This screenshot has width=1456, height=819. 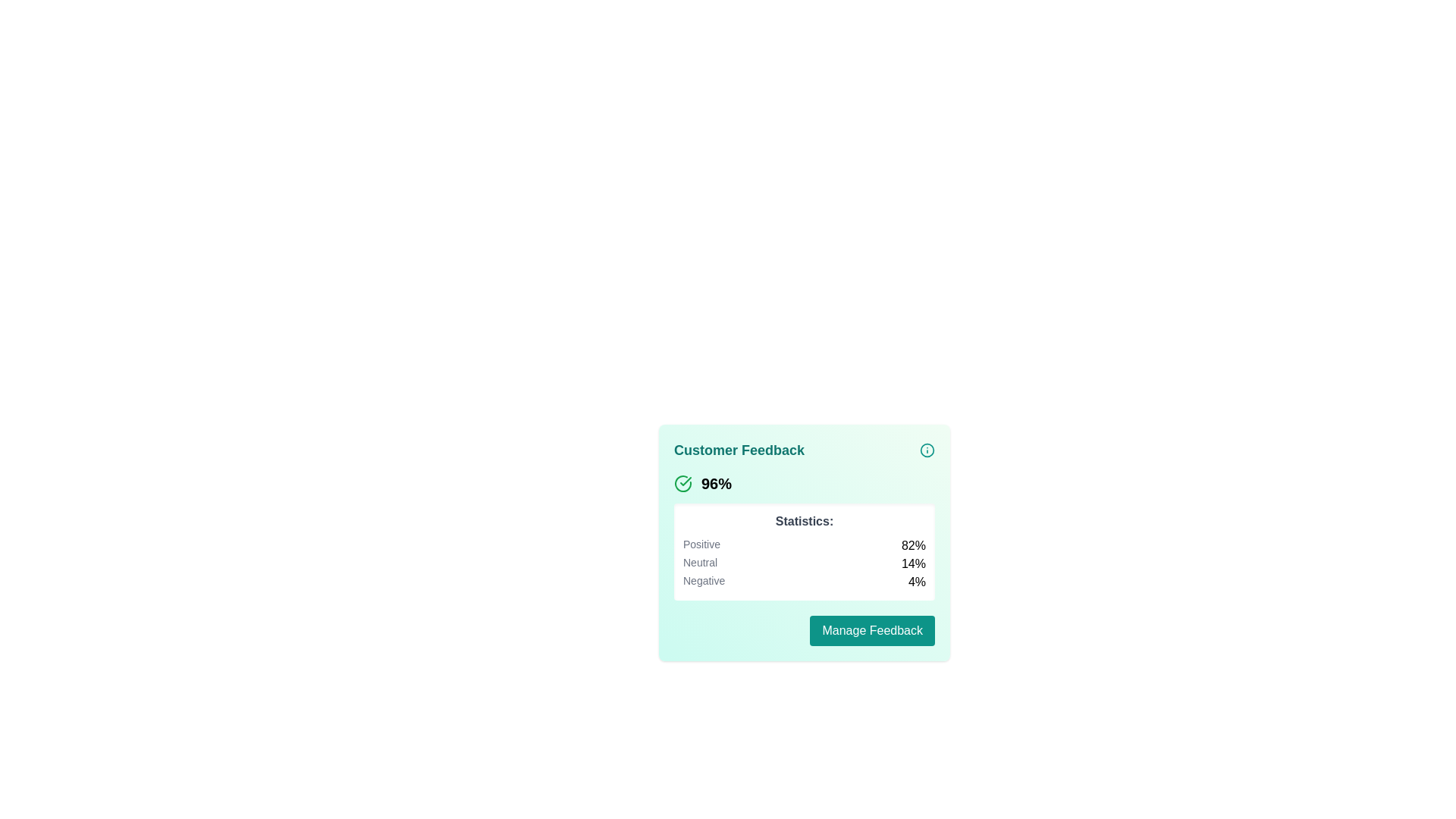 I want to click on the percentage text displaying neutral responses located to the right of the 'Neutral' label in the statistics area of the feedback card interface, so click(x=912, y=564).